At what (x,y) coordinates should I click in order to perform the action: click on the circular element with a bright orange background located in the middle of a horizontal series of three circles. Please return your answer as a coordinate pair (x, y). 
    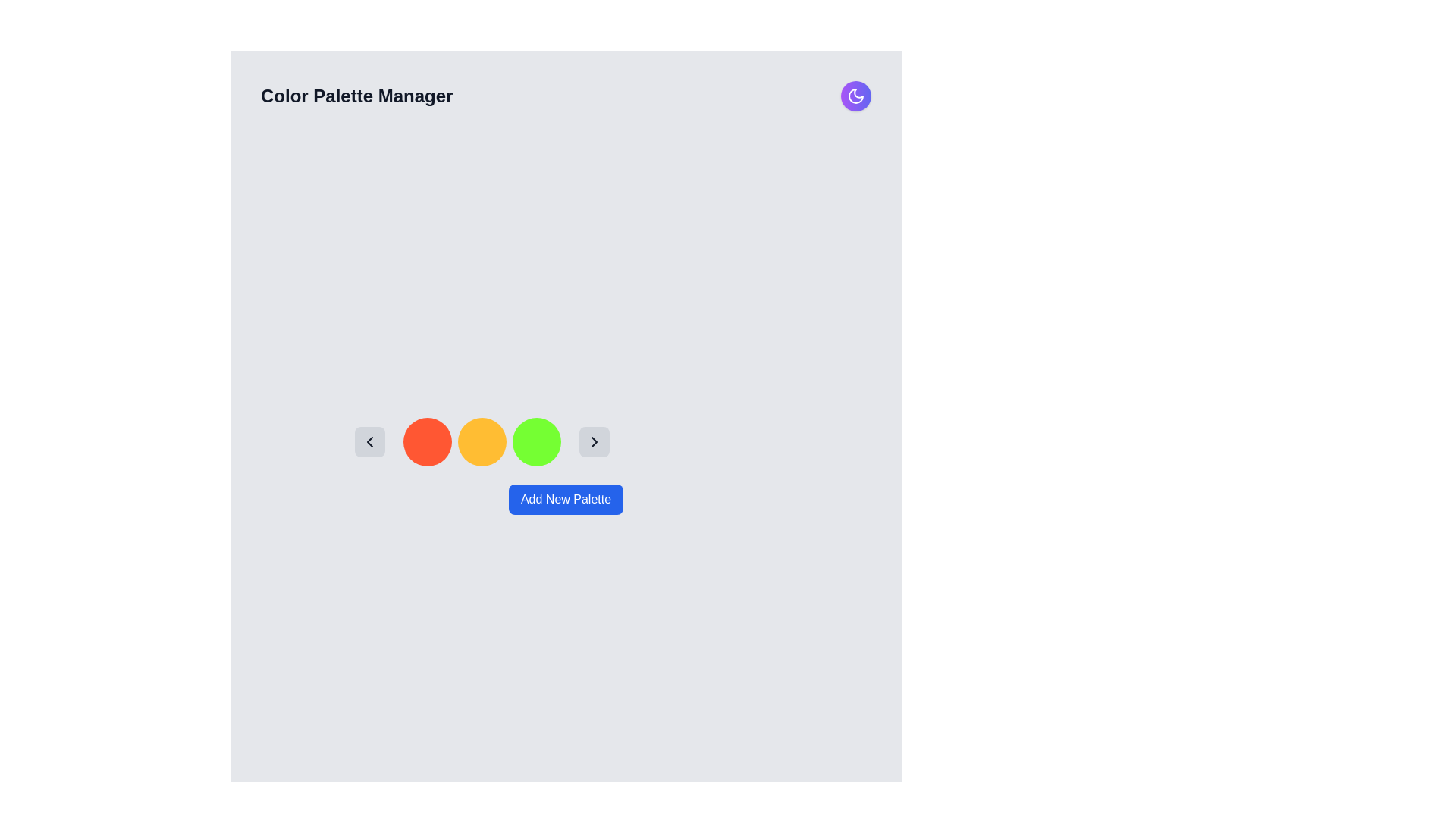
    Looking at the image, I should click on (481, 441).